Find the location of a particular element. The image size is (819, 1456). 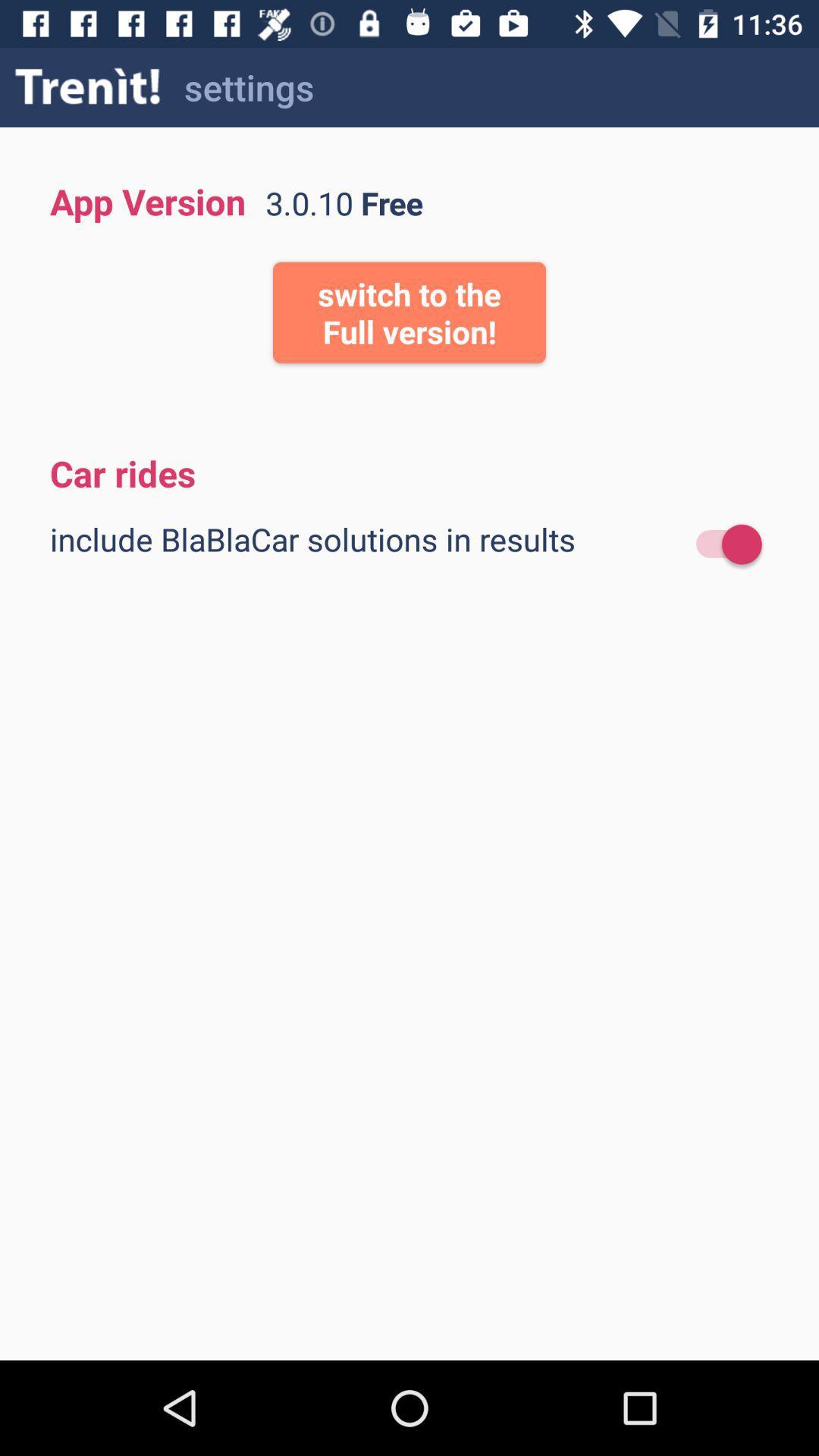

the item next to the settings icon is located at coordinates (88, 86).